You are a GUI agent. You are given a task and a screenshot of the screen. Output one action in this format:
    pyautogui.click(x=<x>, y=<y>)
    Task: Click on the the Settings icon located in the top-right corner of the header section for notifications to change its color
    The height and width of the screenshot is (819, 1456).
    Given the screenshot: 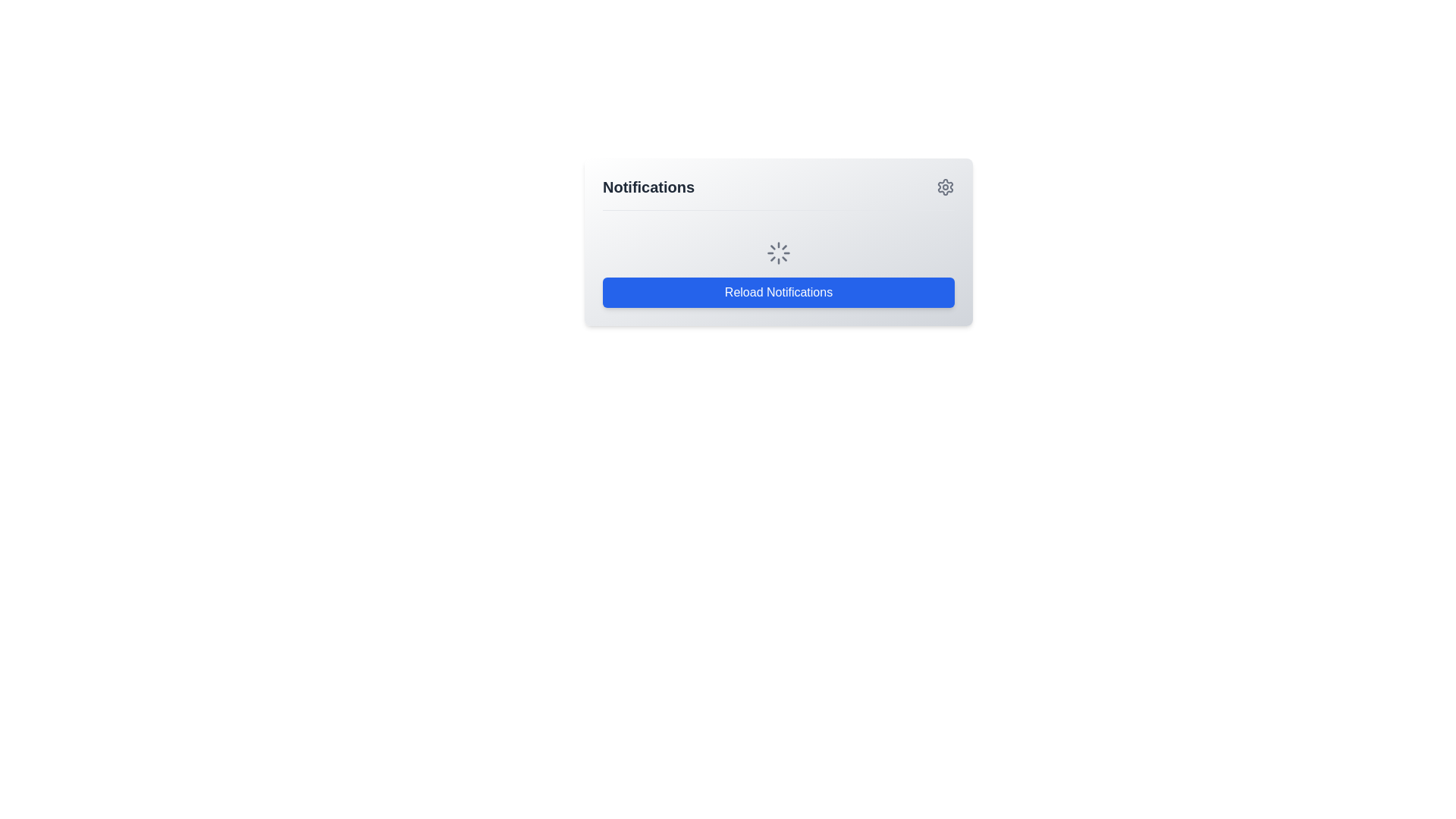 What is the action you would take?
    pyautogui.click(x=945, y=186)
    